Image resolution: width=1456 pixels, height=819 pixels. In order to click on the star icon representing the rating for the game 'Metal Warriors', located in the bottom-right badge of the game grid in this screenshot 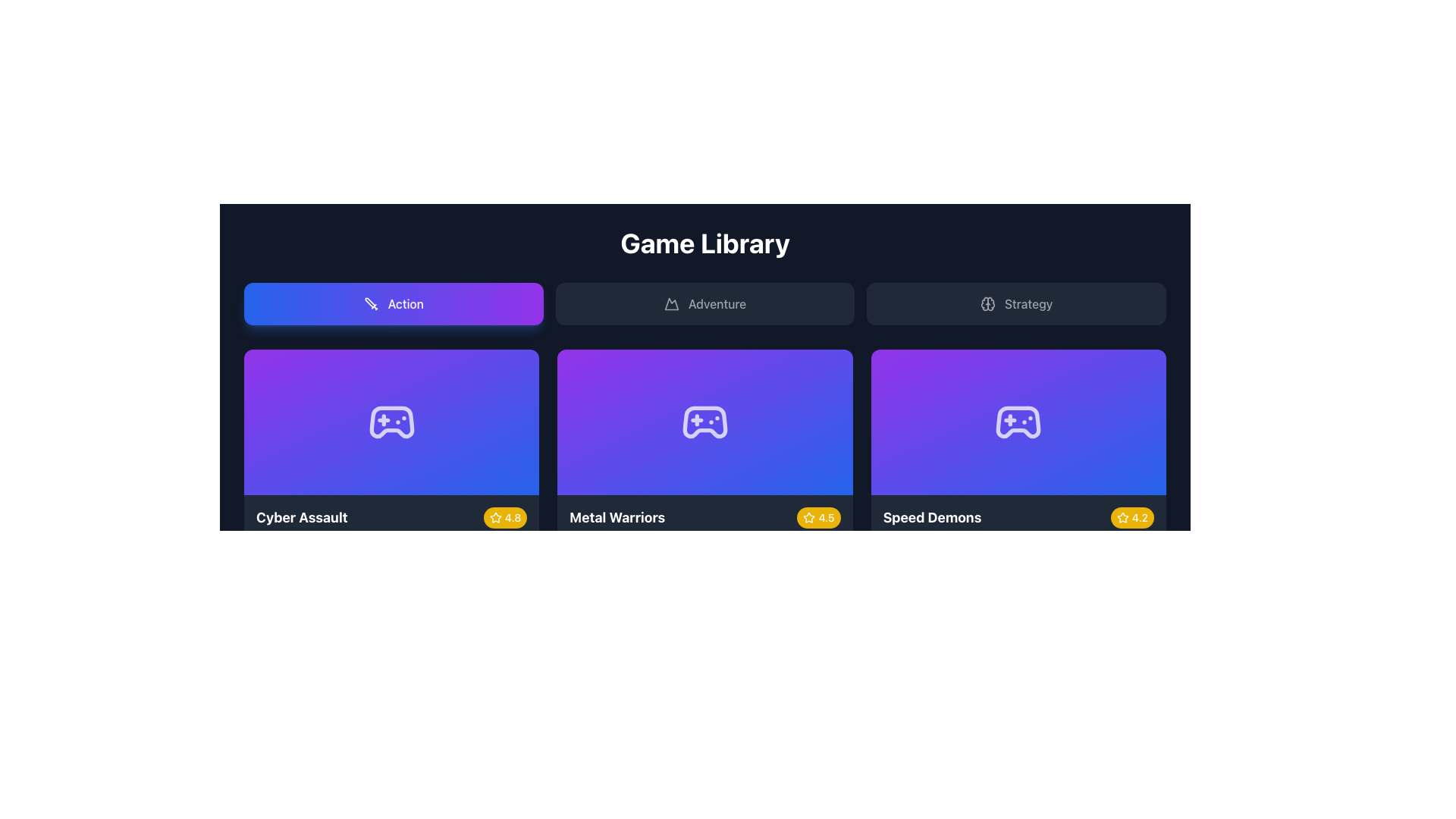, I will do `click(808, 516)`.